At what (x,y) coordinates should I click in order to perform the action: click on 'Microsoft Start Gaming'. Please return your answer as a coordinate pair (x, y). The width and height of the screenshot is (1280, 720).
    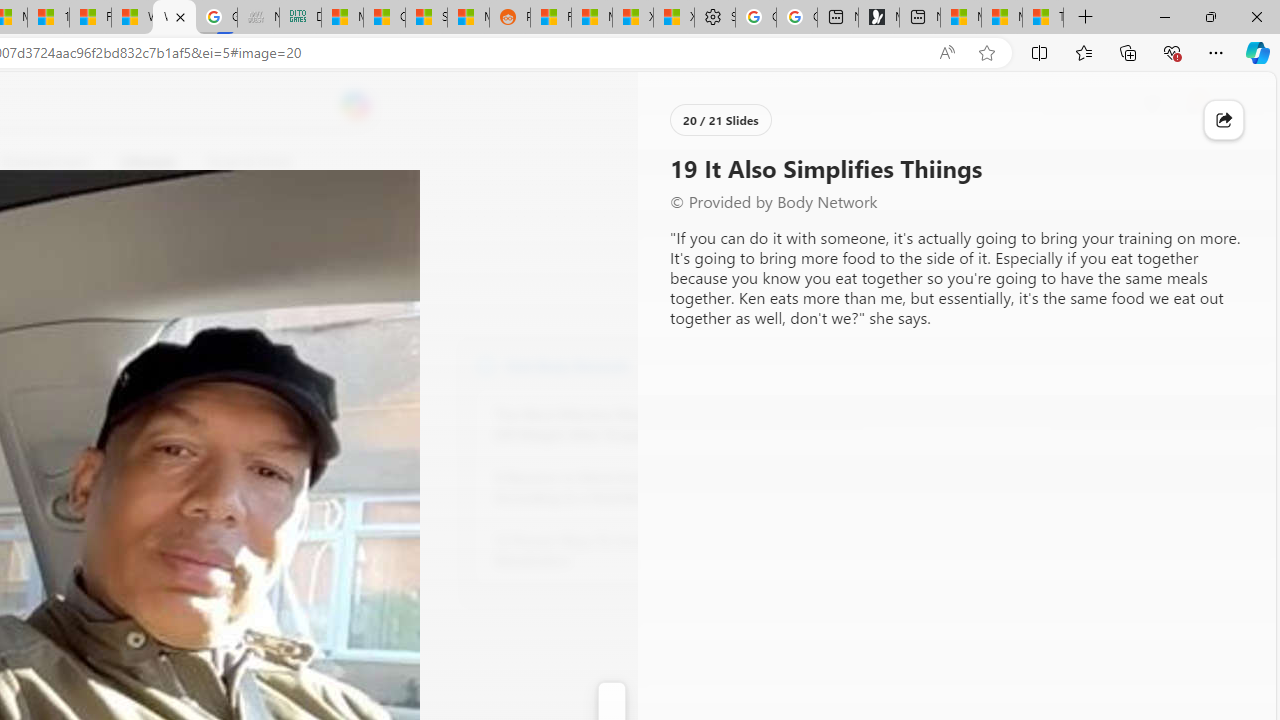
    Looking at the image, I should click on (878, 17).